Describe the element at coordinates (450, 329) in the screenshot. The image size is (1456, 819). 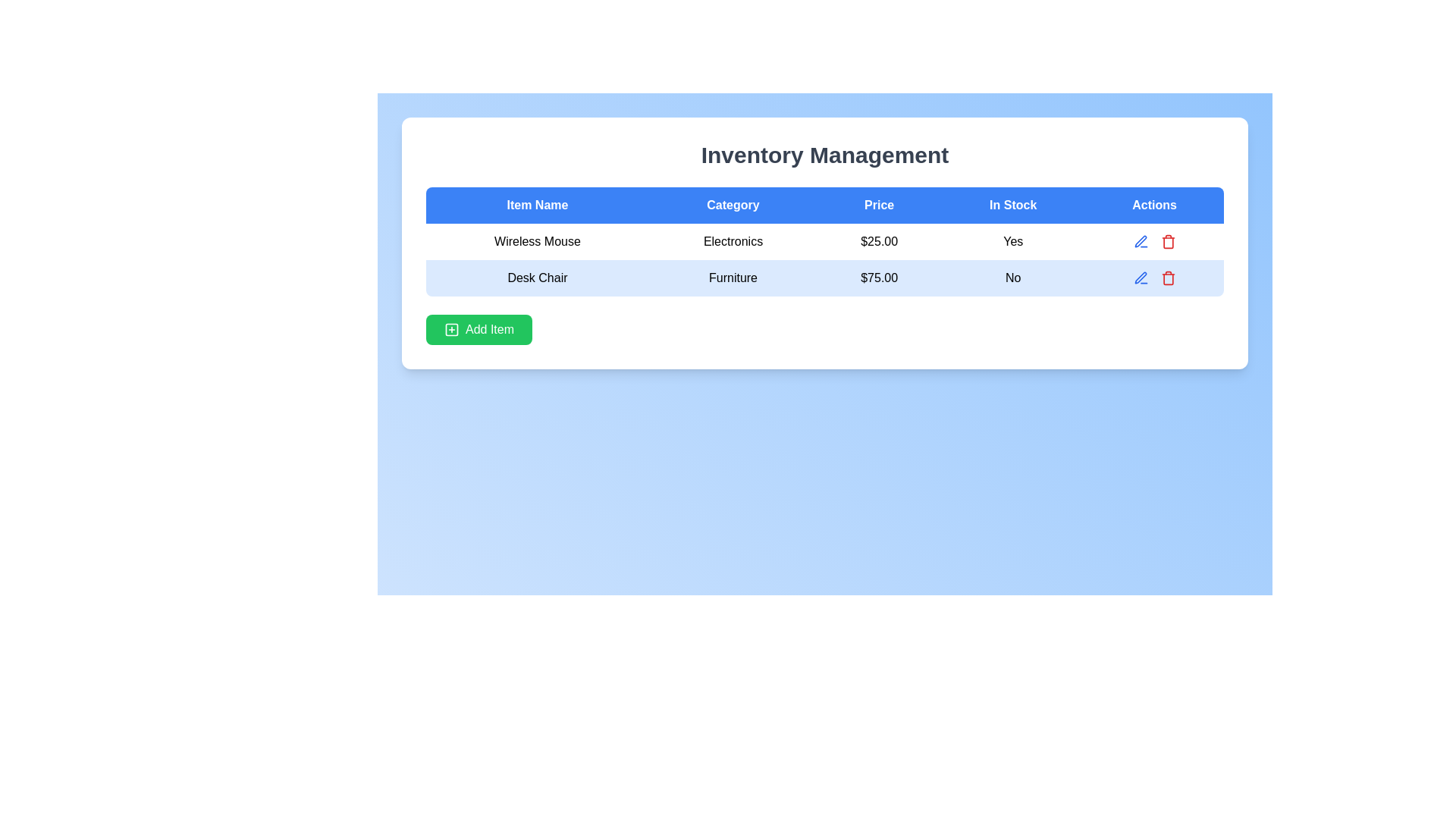
I see `the small square-shaped graphical icon with rounded corners, which serves as a base for other graphical components, located within the 'Add Item' button near its left edge` at that location.